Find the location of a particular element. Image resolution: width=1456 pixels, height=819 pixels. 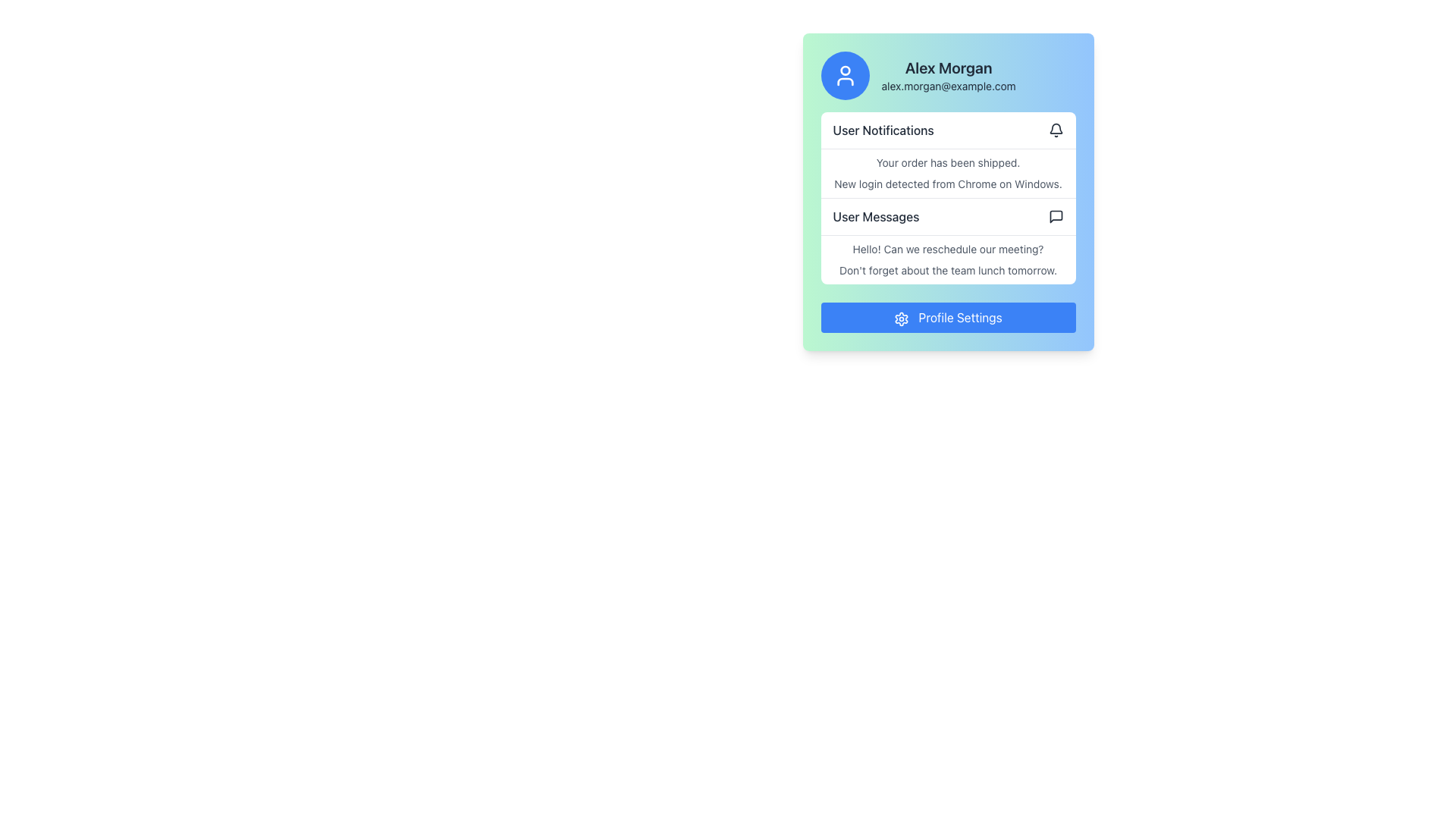

the third interactive item in the vertical list that provides access to user messages is located at coordinates (947, 216).